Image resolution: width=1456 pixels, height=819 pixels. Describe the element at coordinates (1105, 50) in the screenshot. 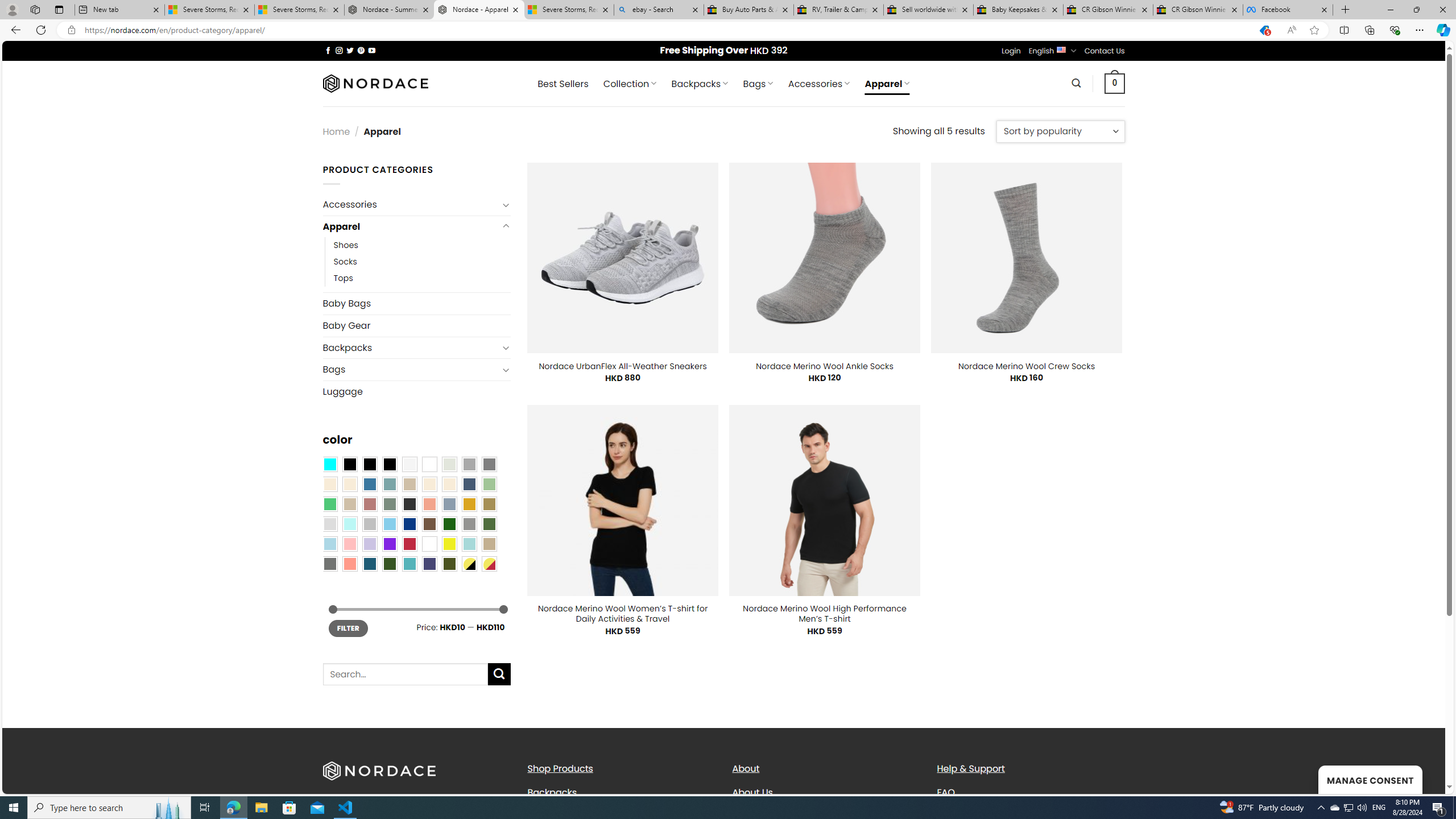

I see `'Contact Us'` at that location.